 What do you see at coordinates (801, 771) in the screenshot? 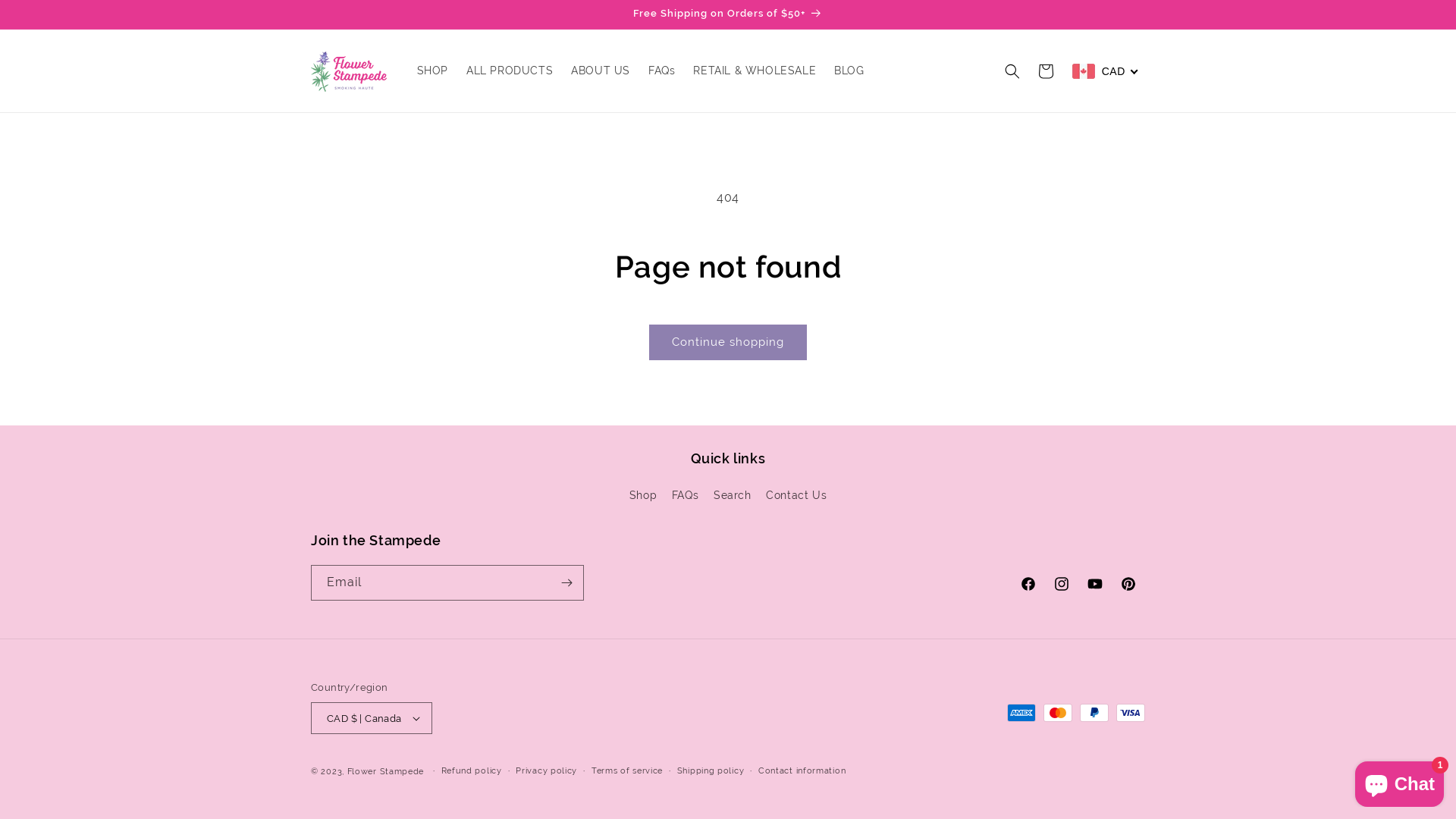
I see `'Contact information'` at bounding box center [801, 771].